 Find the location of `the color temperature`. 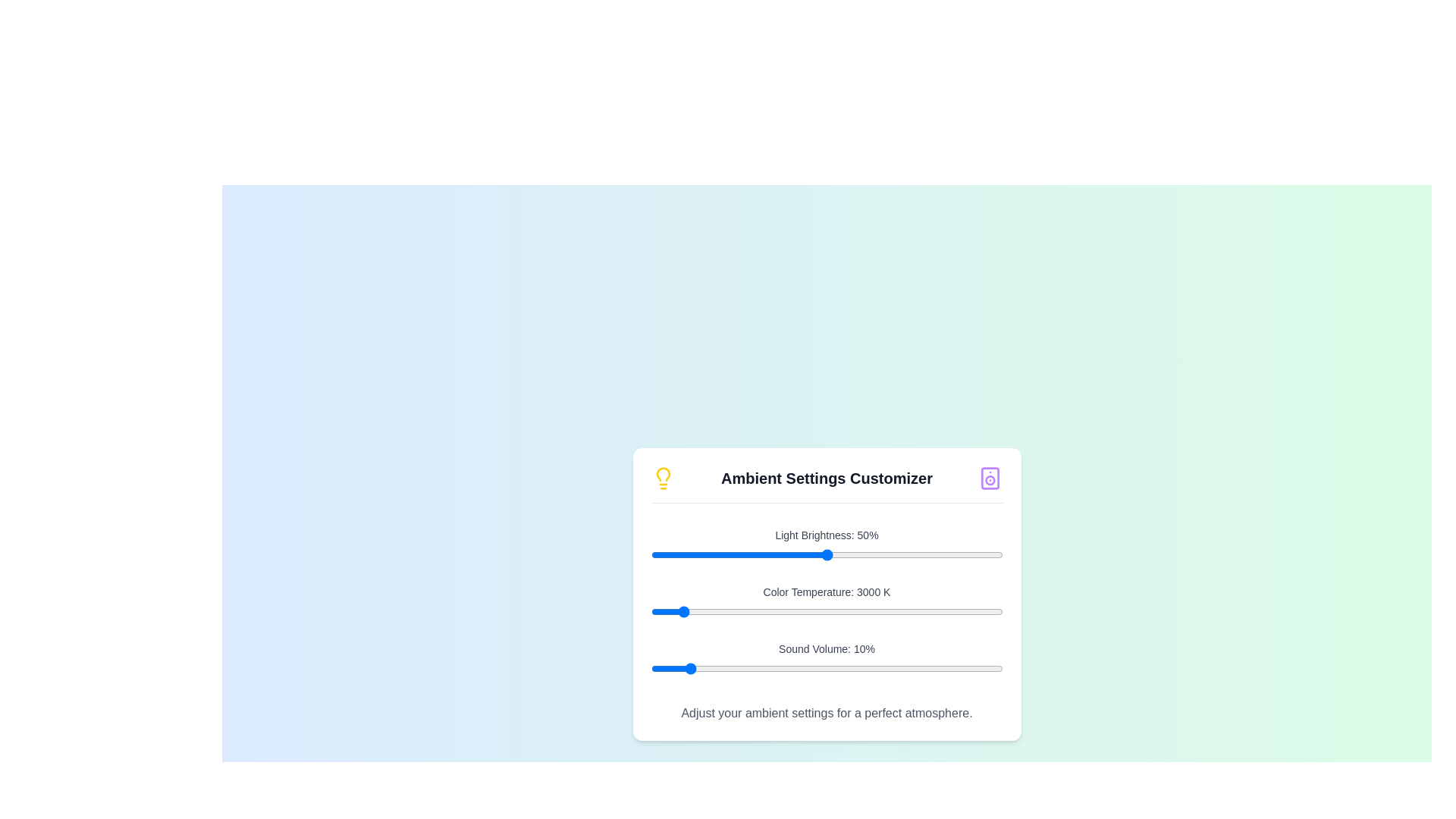

the color temperature is located at coordinates (923, 610).